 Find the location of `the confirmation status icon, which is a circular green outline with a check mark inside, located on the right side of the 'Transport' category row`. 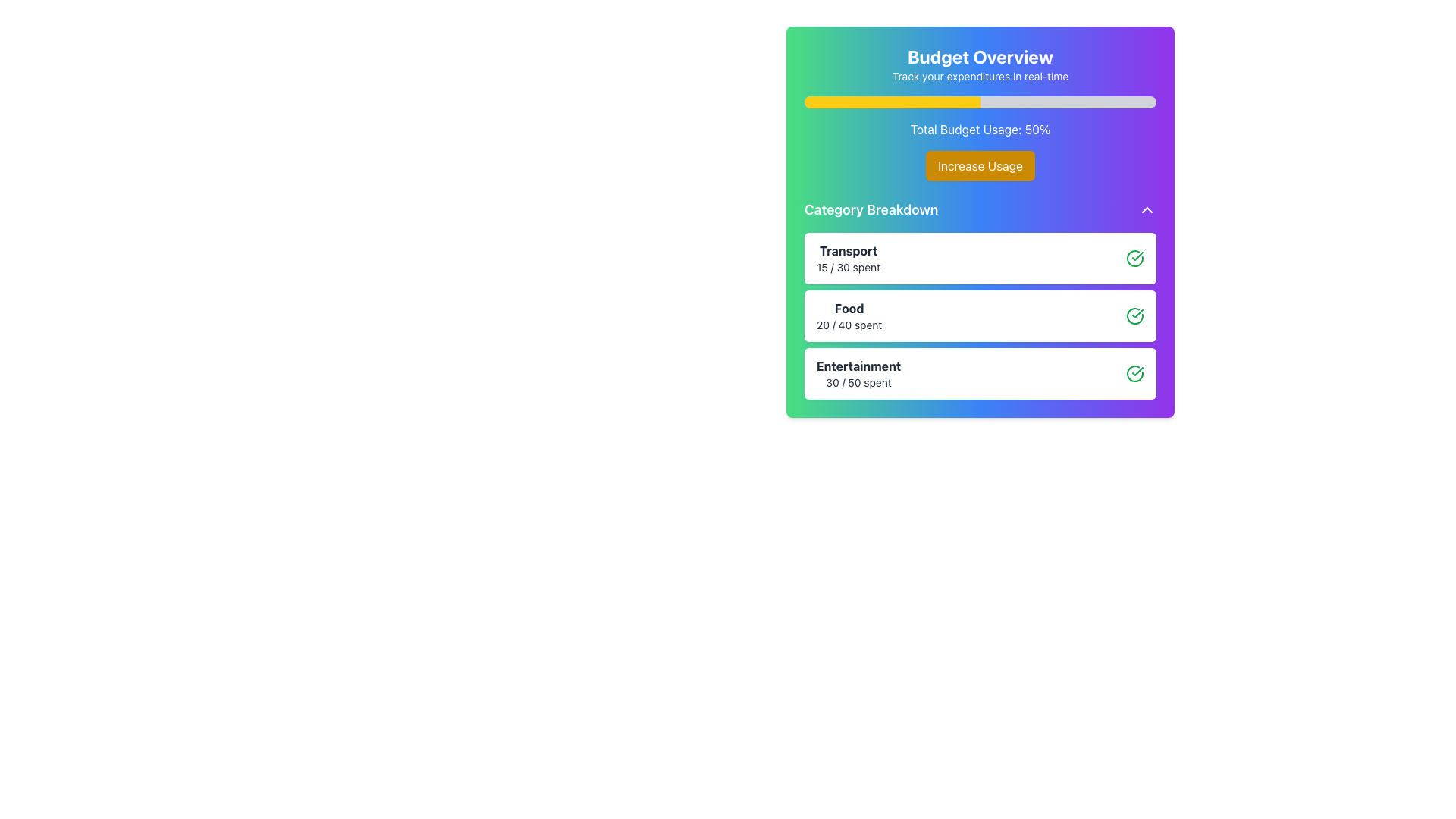

the confirmation status icon, which is a circular green outline with a check mark inside, located on the right side of the 'Transport' category row is located at coordinates (1135, 257).